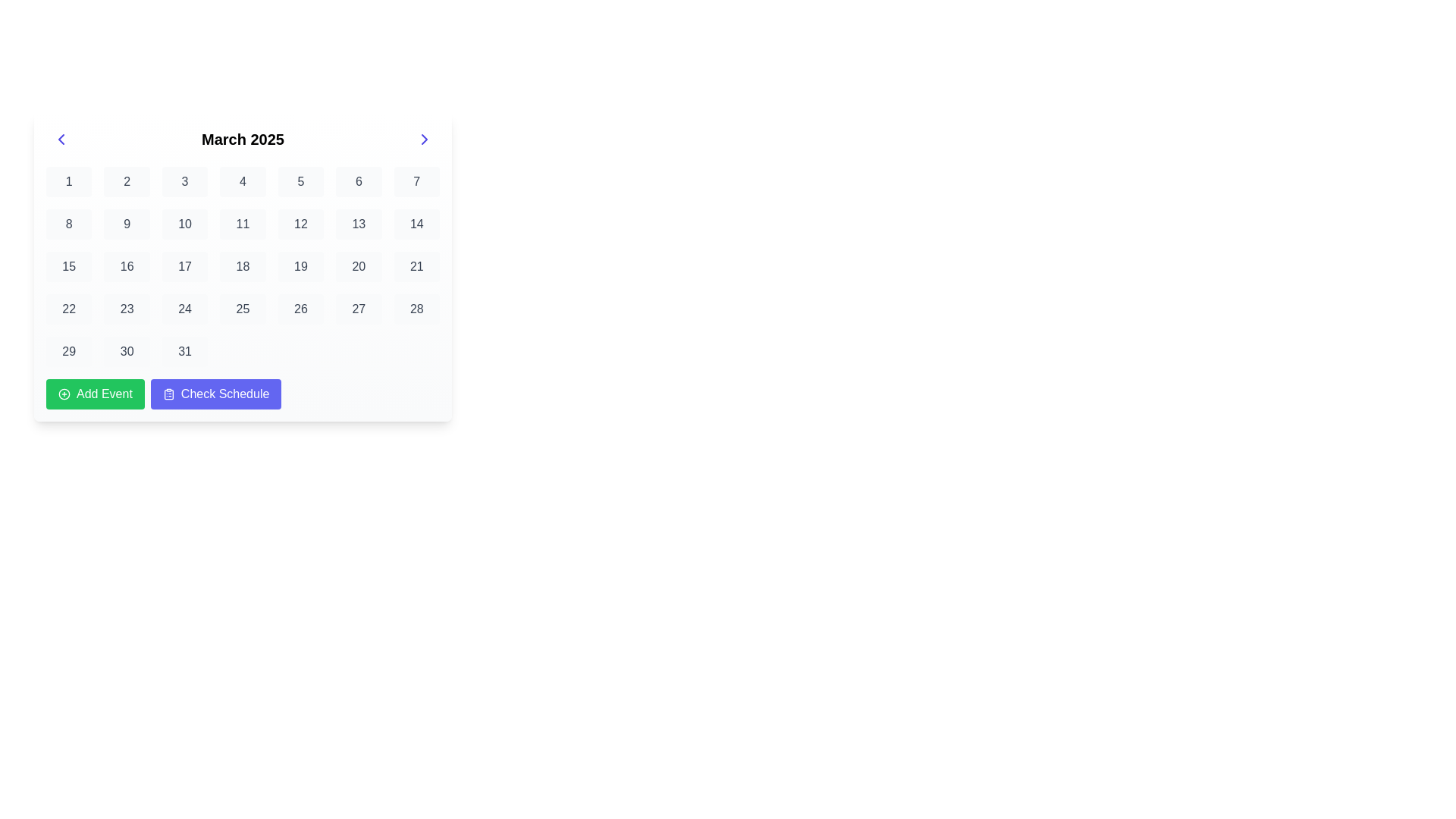  What do you see at coordinates (64, 394) in the screenshot?
I see `the decorative icon within the 'Add Event' button, which serves as a visual cue for creating or adding a new event in the calendar` at bounding box center [64, 394].